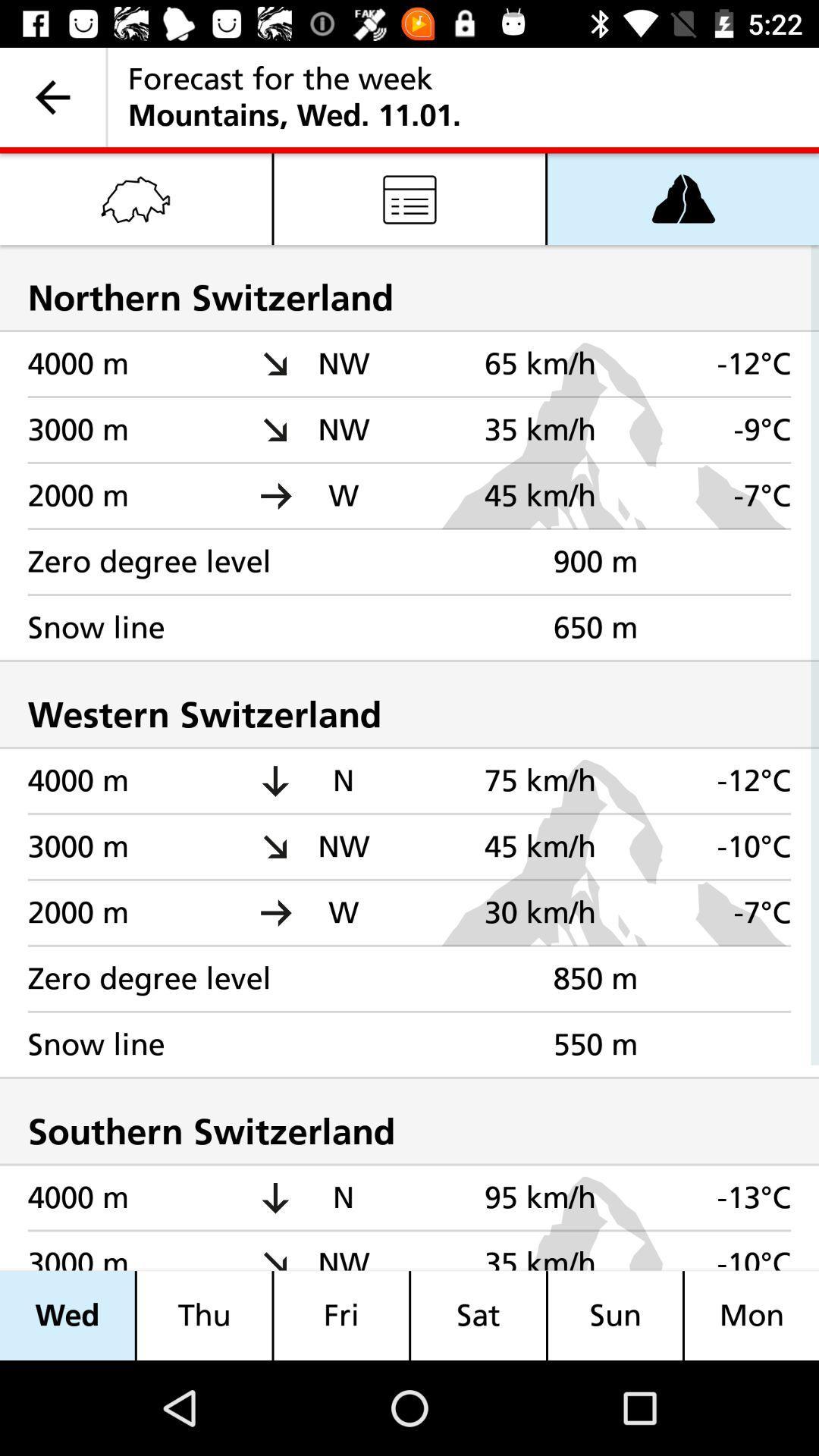 The width and height of the screenshot is (819, 1456). What do you see at coordinates (615, 1315) in the screenshot?
I see `sun icon` at bounding box center [615, 1315].